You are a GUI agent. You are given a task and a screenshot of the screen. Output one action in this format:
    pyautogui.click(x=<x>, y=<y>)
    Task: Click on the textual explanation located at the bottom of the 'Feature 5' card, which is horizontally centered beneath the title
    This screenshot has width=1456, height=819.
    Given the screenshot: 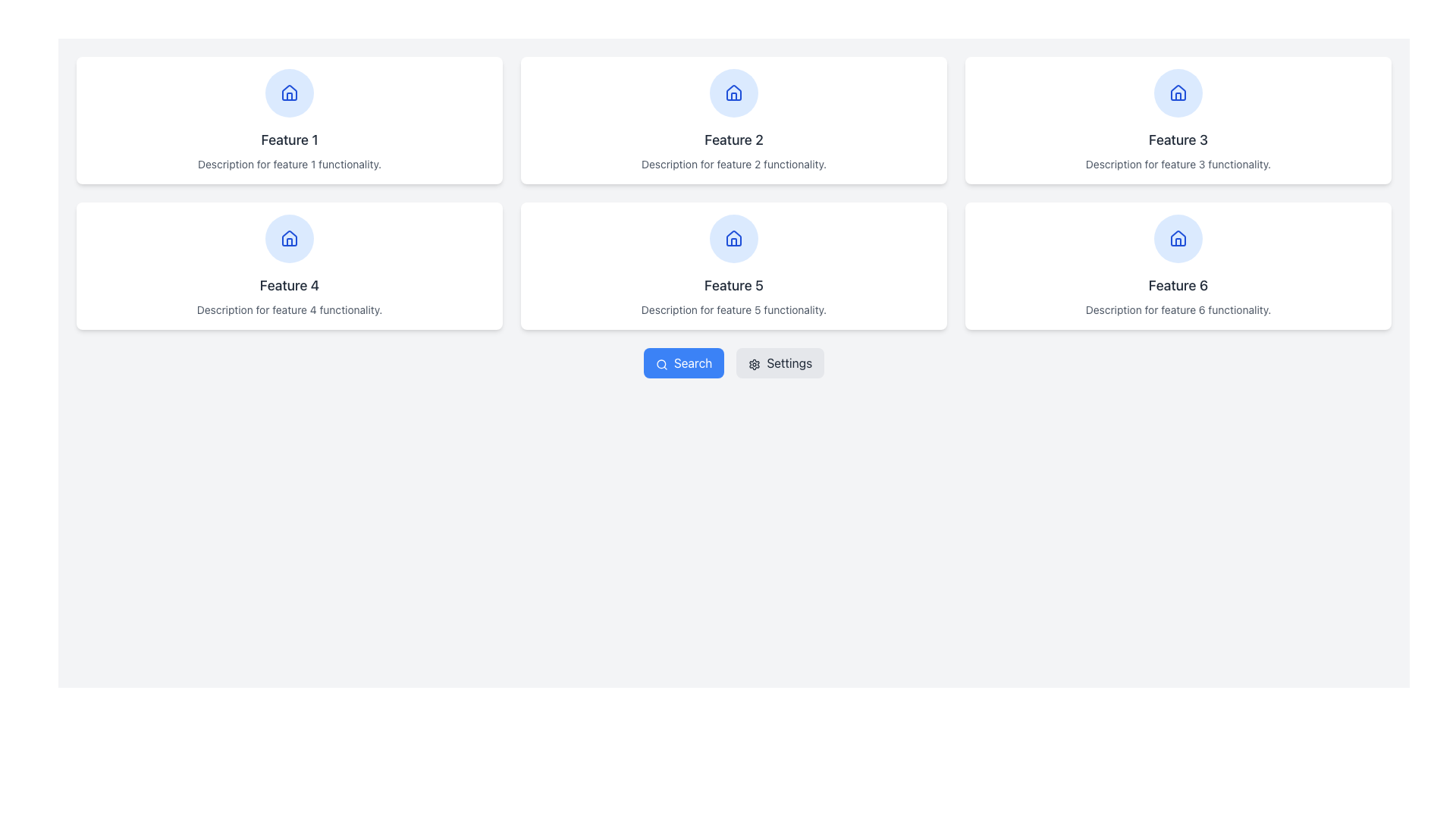 What is the action you would take?
    pyautogui.click(x=734, y=309)
    